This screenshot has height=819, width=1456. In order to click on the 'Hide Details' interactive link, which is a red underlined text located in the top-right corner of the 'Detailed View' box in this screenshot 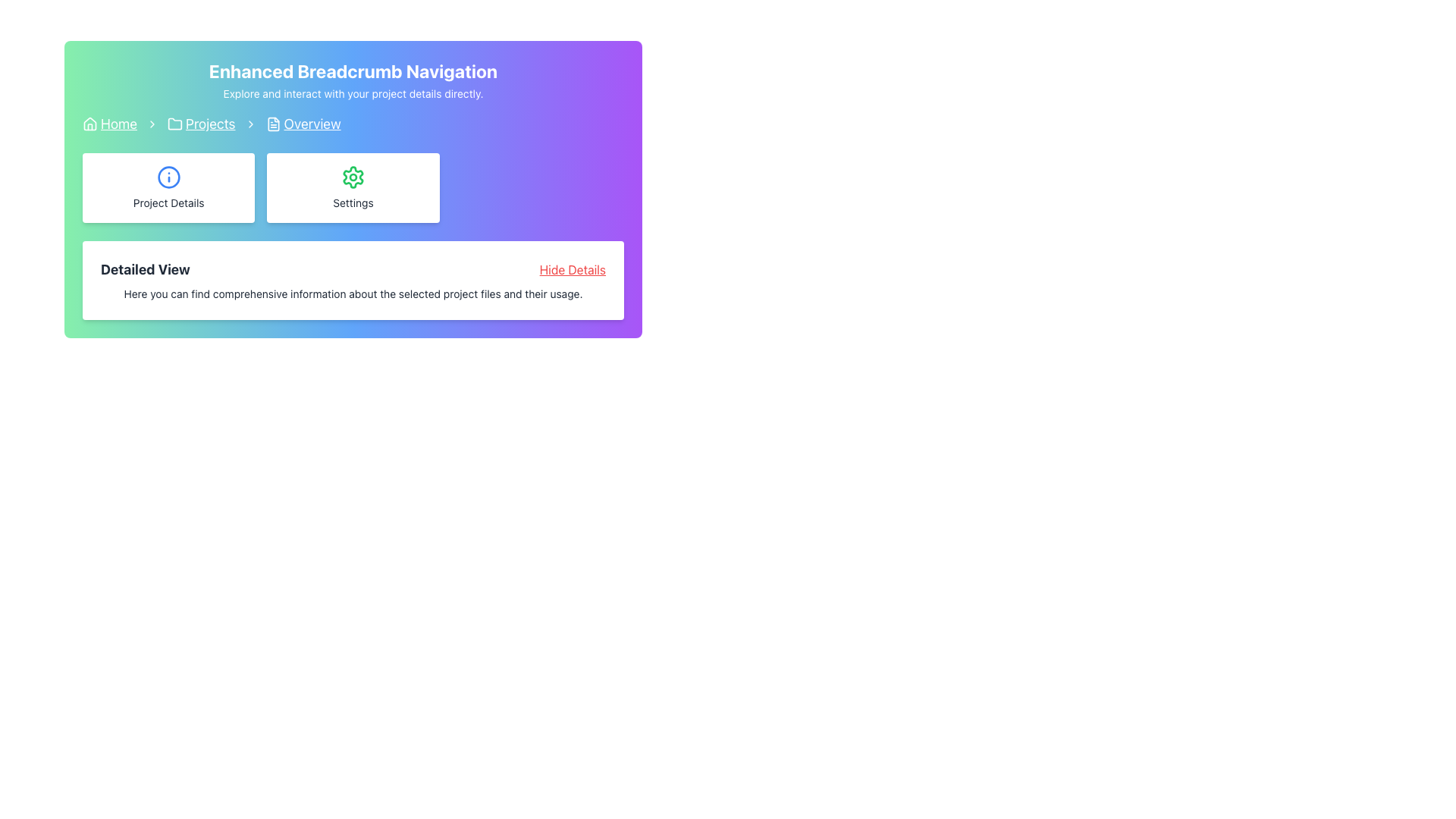, I will do `click(572, 268)`.